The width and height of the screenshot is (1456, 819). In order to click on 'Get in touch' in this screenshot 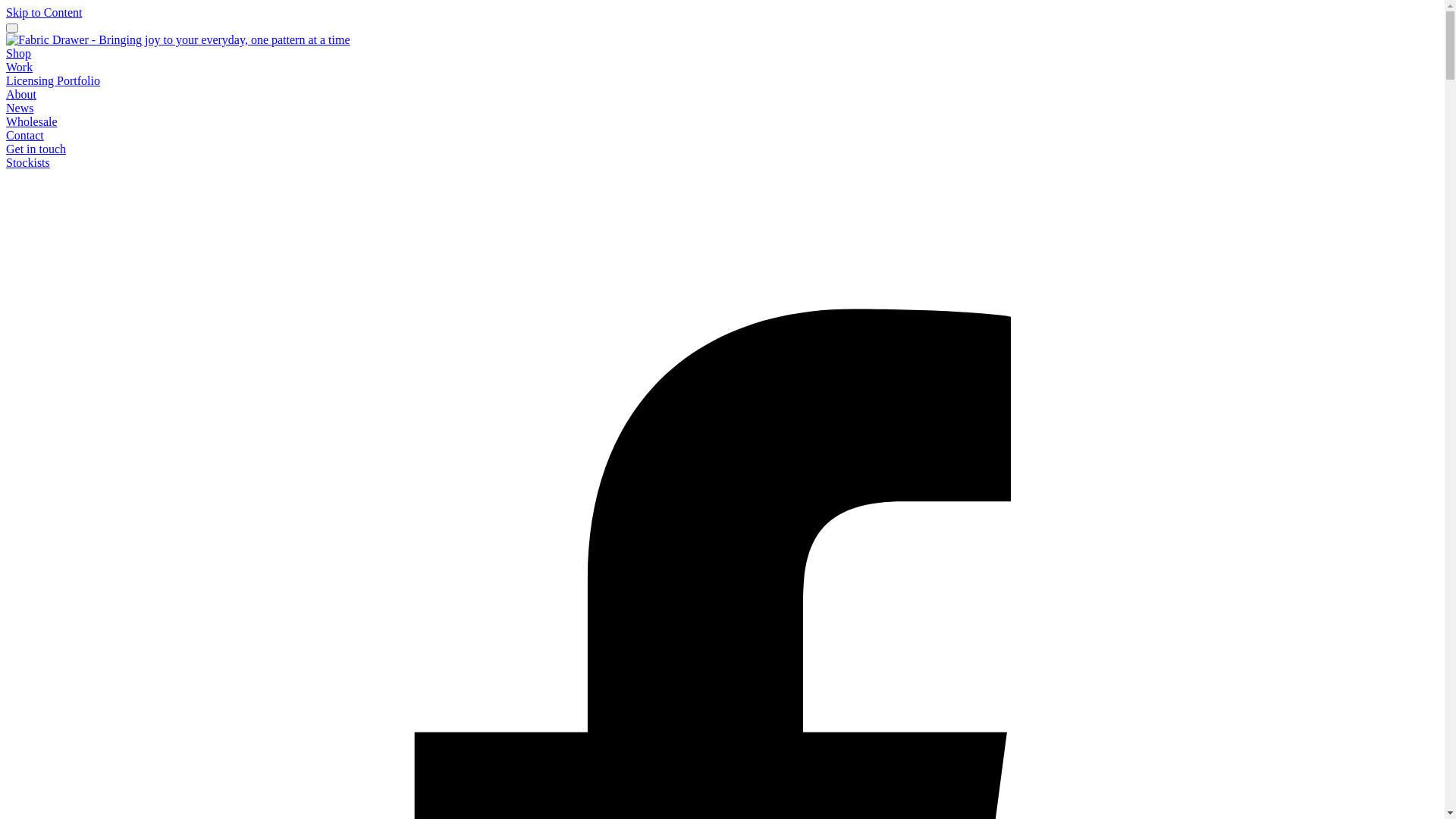, I will do `click(6, 149)`.